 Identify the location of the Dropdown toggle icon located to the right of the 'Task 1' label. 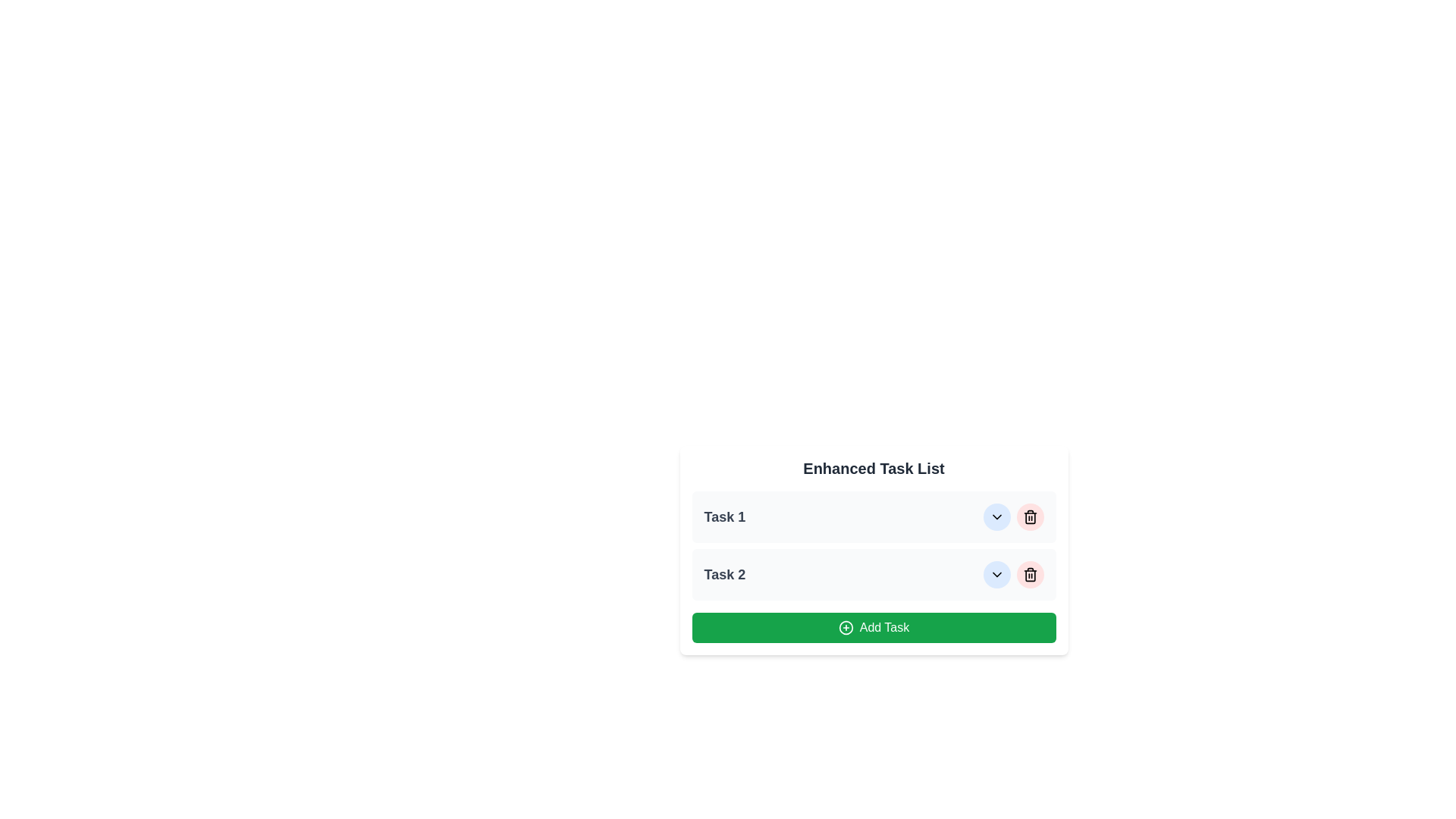
(996, 516).